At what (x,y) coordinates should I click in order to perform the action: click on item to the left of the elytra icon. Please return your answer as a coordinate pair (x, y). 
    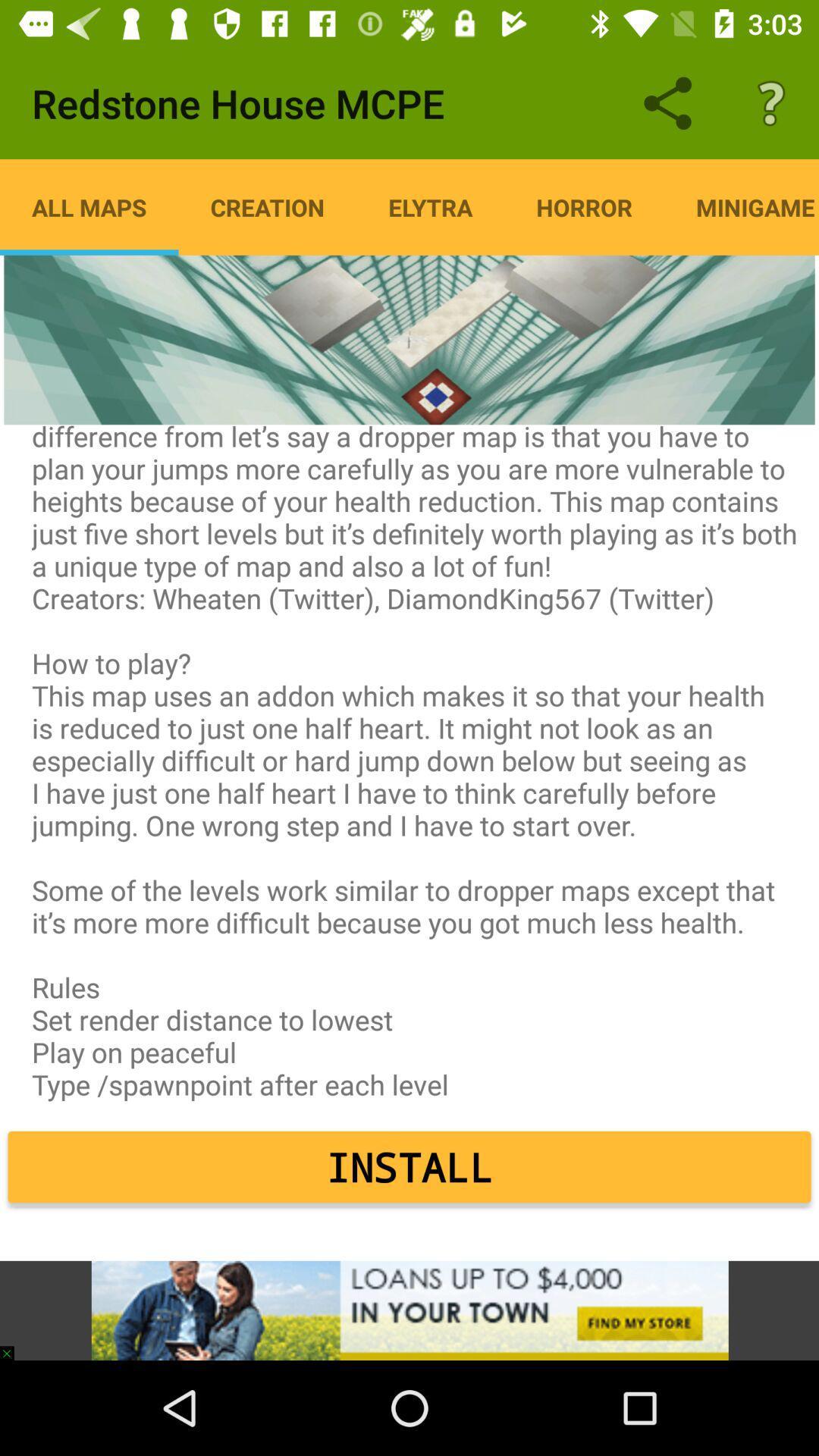
    Looking at the image, I should click on (266, 206).